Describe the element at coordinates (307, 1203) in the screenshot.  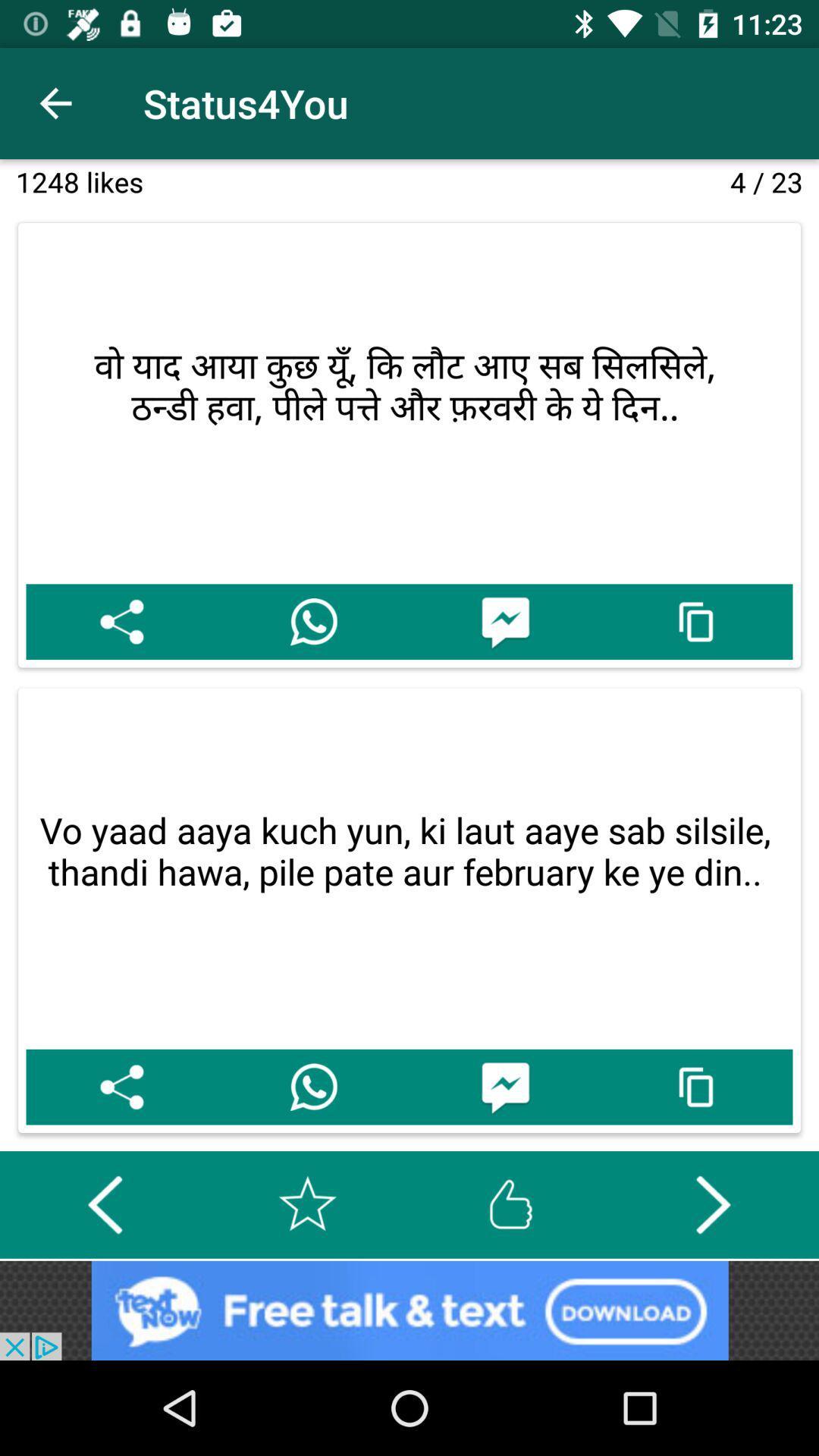
I see `the star icon` at that location.